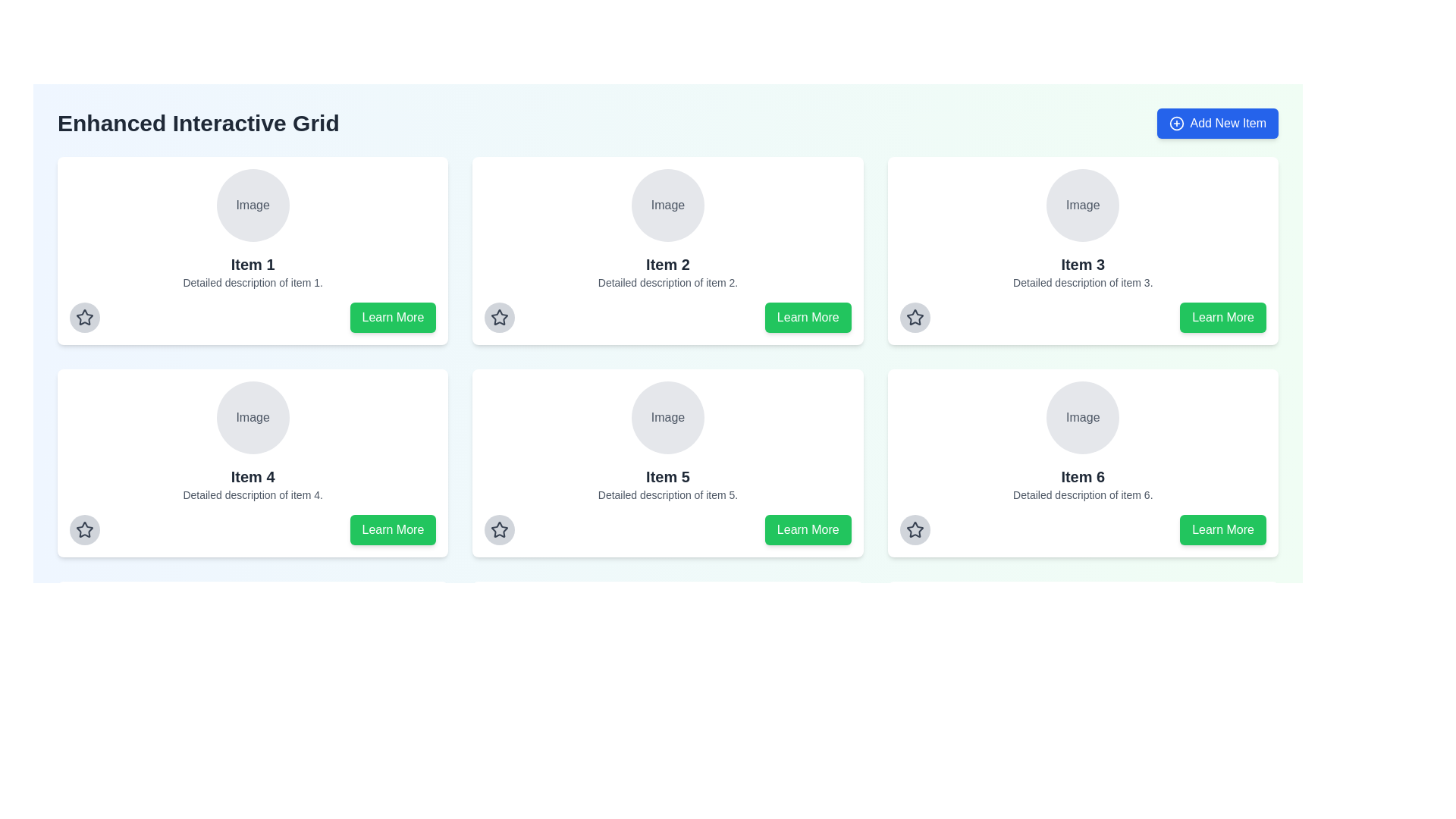 The image size is (1456, 819). Describe the element at coordinates (253, 263) in the screenshot. I see `text label that acts as a title or header for the top-left card in a 3x2 grid of similar cards, located below an image placeholder and above a smaller description text` at that location.